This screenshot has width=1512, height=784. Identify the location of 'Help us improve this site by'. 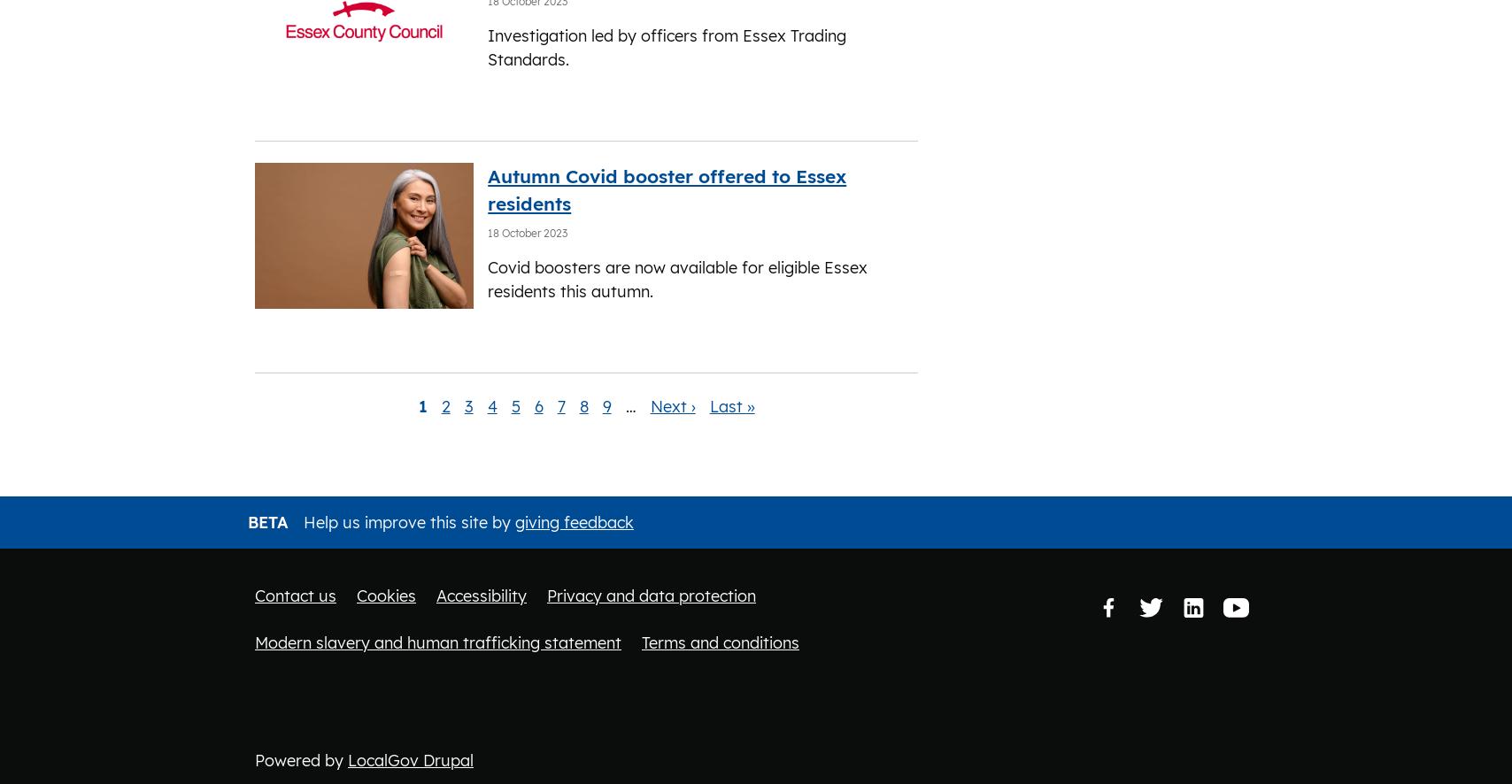
(299, 520).